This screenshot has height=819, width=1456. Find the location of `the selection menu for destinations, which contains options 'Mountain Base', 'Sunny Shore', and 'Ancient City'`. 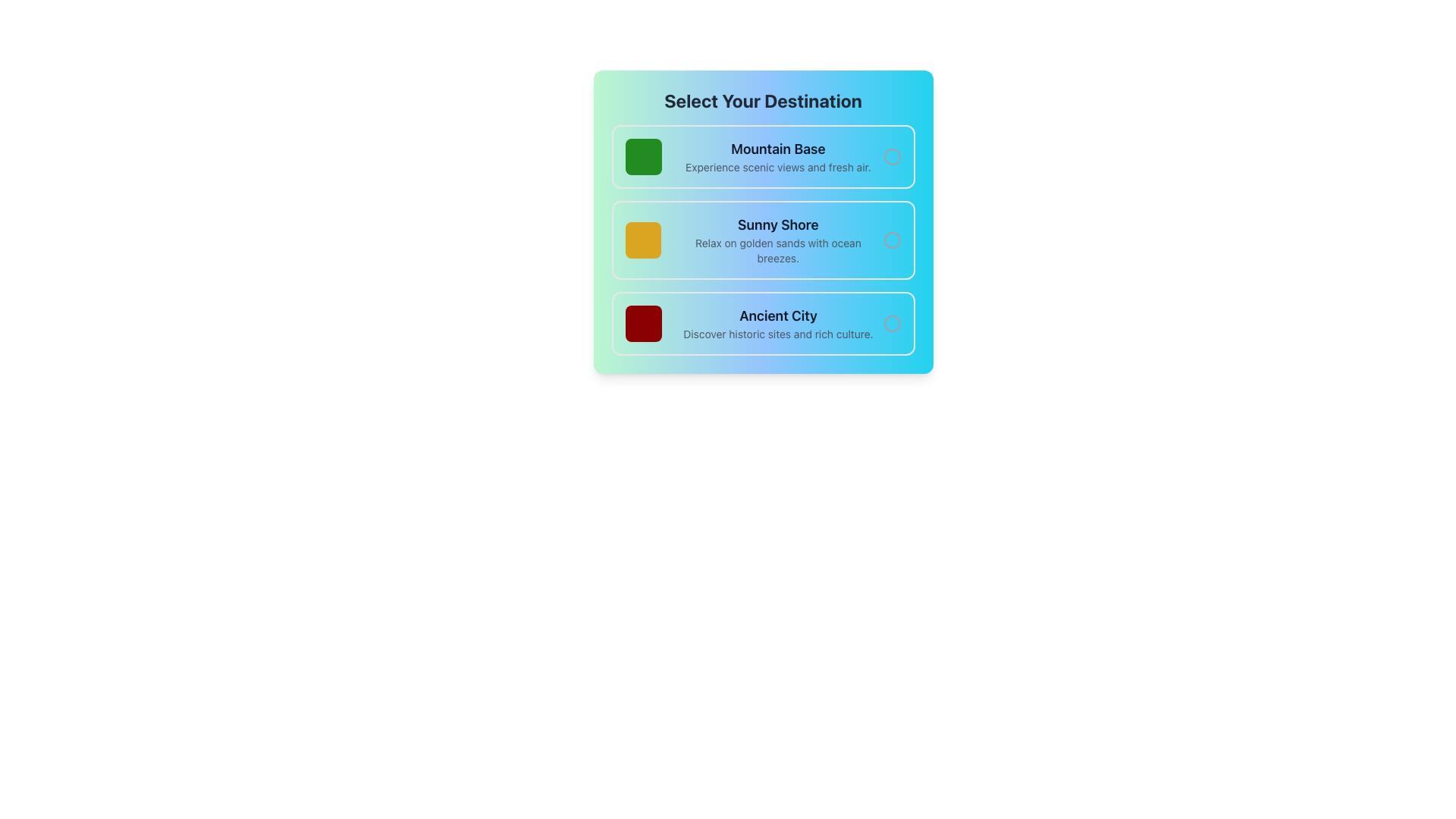

the selection menu for destinations, which contains options 'Mountain Base', 'Sunny Shore', and 'Ancient City' is located at coordinates (763, 222).